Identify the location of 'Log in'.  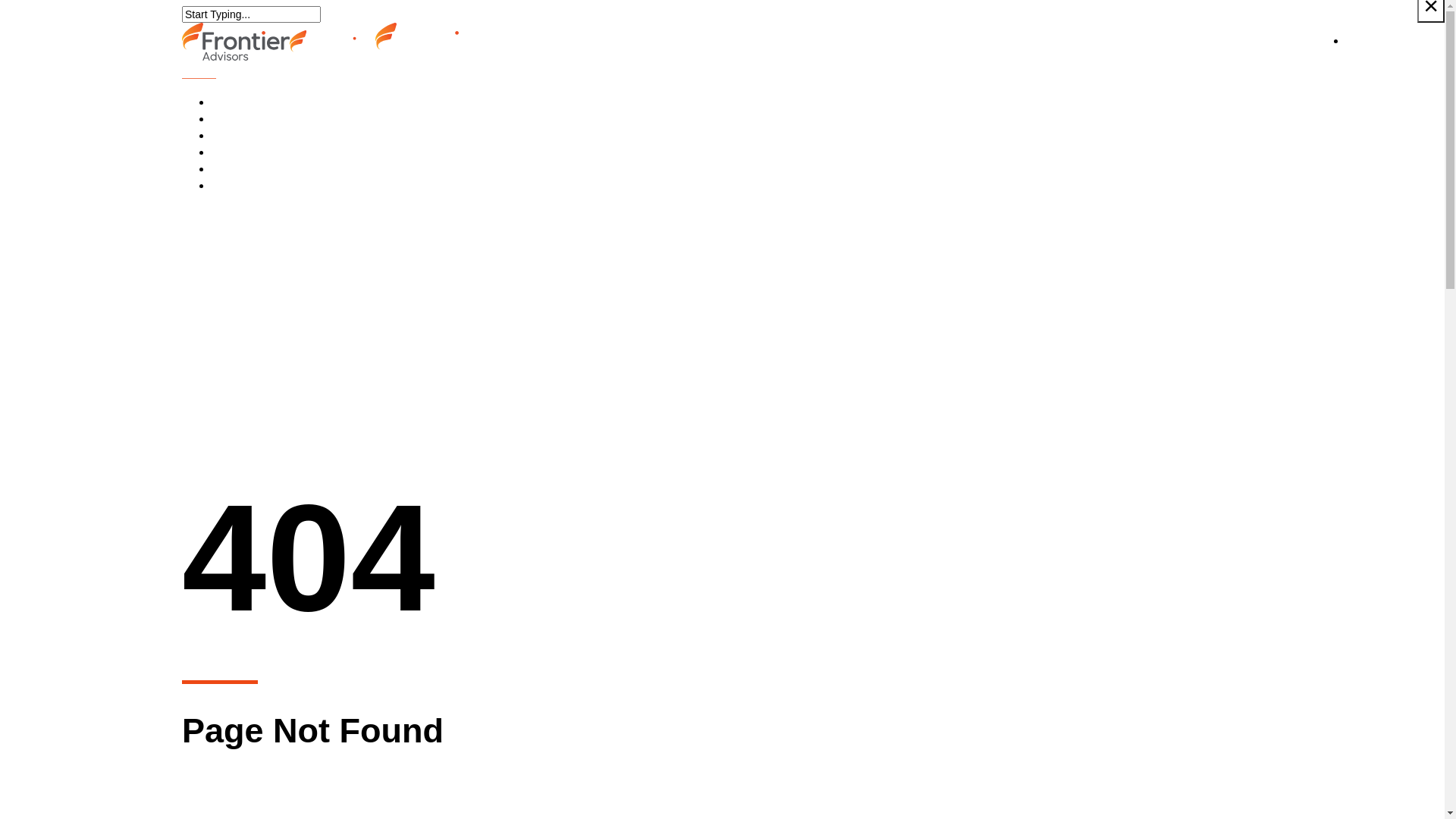
(1361, 40).